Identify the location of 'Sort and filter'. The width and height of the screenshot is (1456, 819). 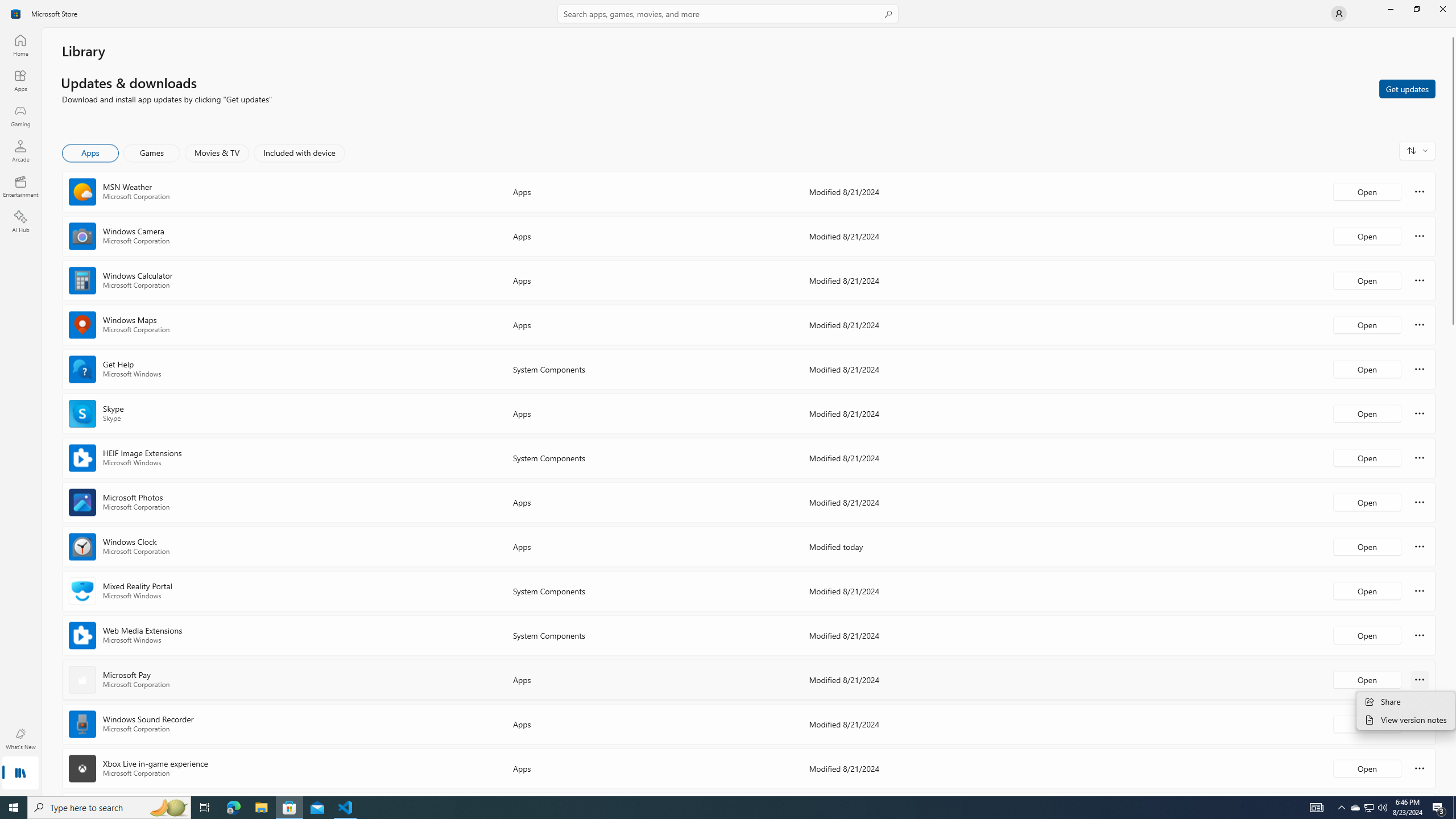
(1417, 150).